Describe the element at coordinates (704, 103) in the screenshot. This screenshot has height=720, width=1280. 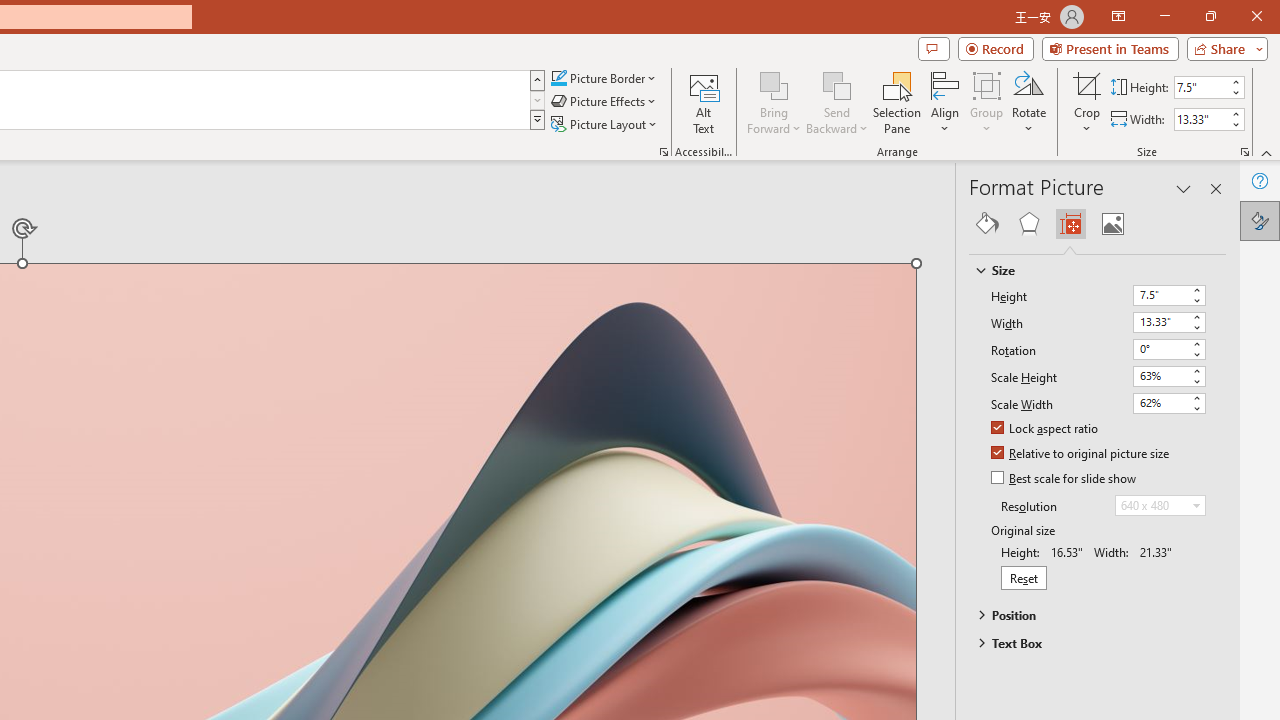
I see `'Alt Text'` at that location.